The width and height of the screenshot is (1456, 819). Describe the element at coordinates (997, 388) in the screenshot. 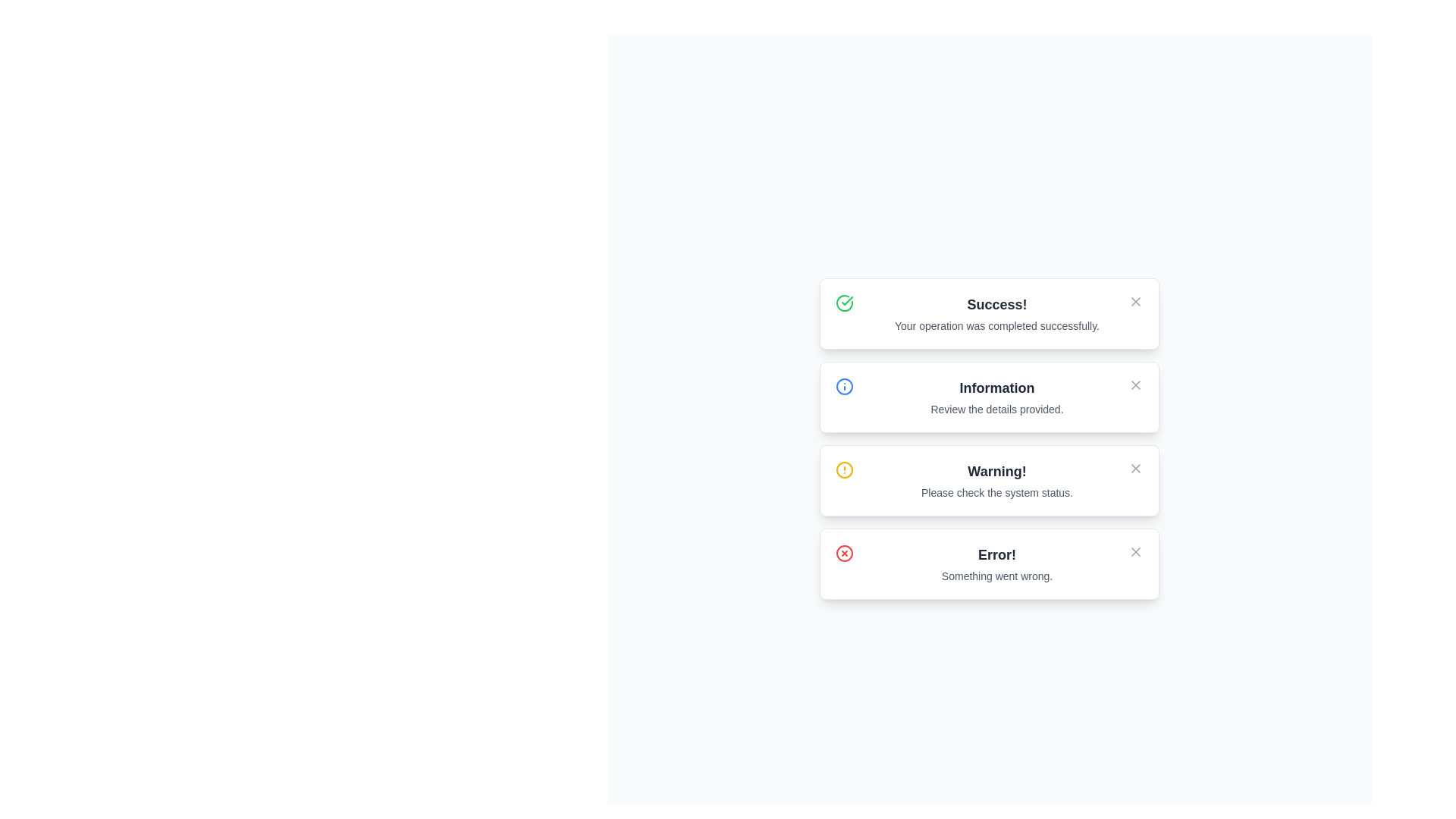

I see `nearby interactive elements within the notification card containing the bold 'Information' text` at that location.